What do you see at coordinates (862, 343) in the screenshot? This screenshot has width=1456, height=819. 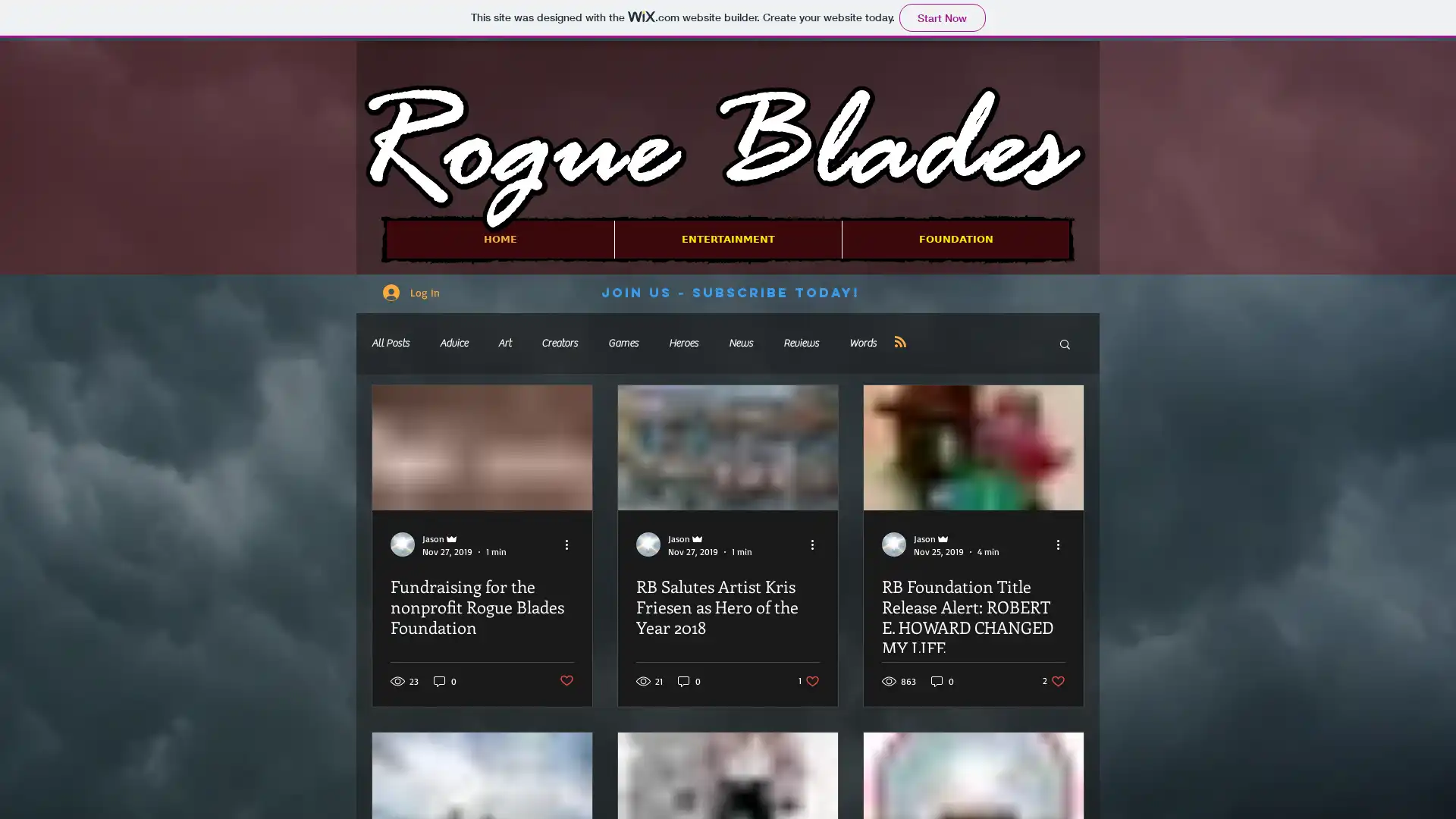 I see `Words` at bounding box center [862, 343].